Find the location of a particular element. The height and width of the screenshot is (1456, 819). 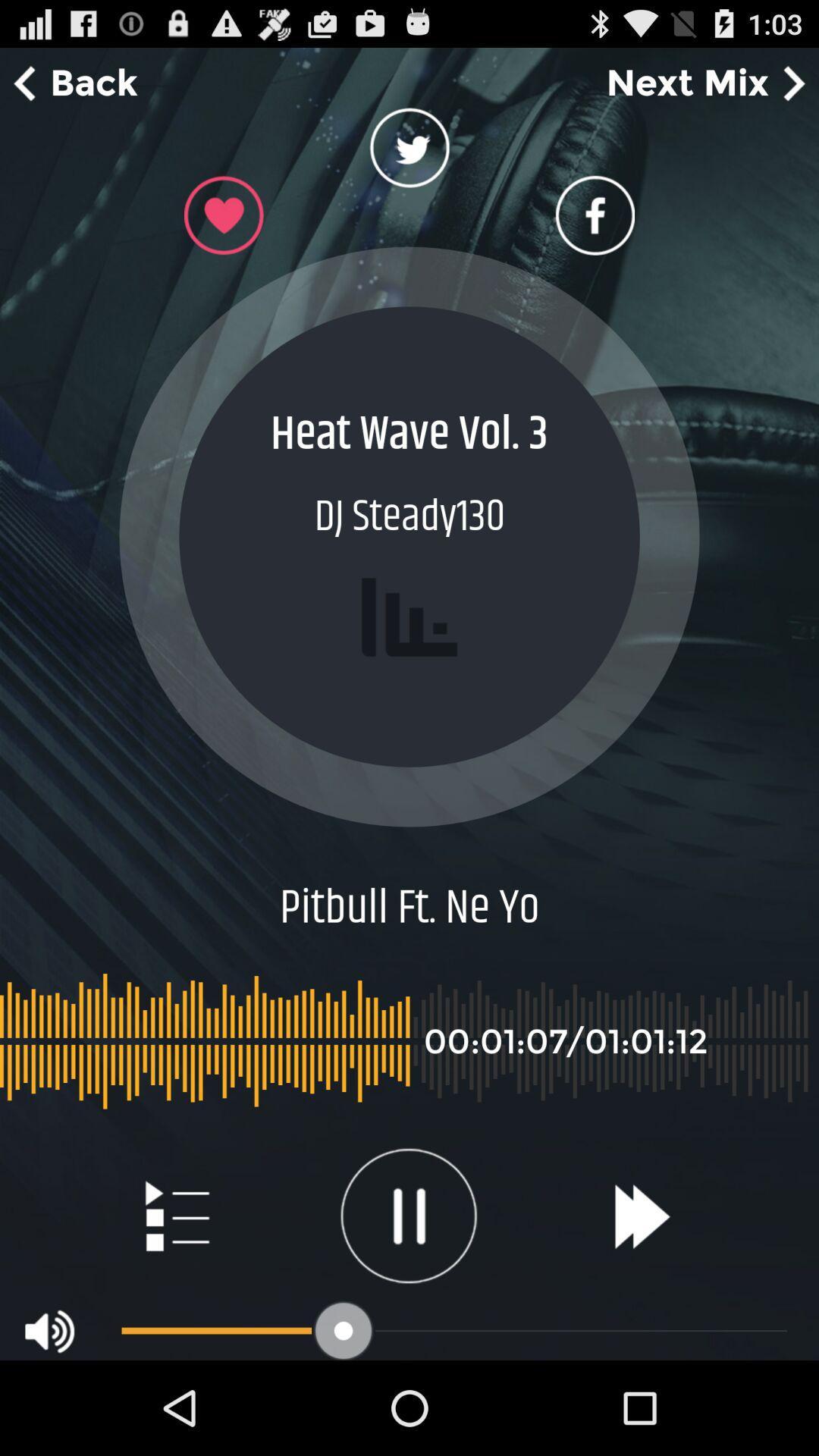

share on twitter is located at coordinates (409, 152).